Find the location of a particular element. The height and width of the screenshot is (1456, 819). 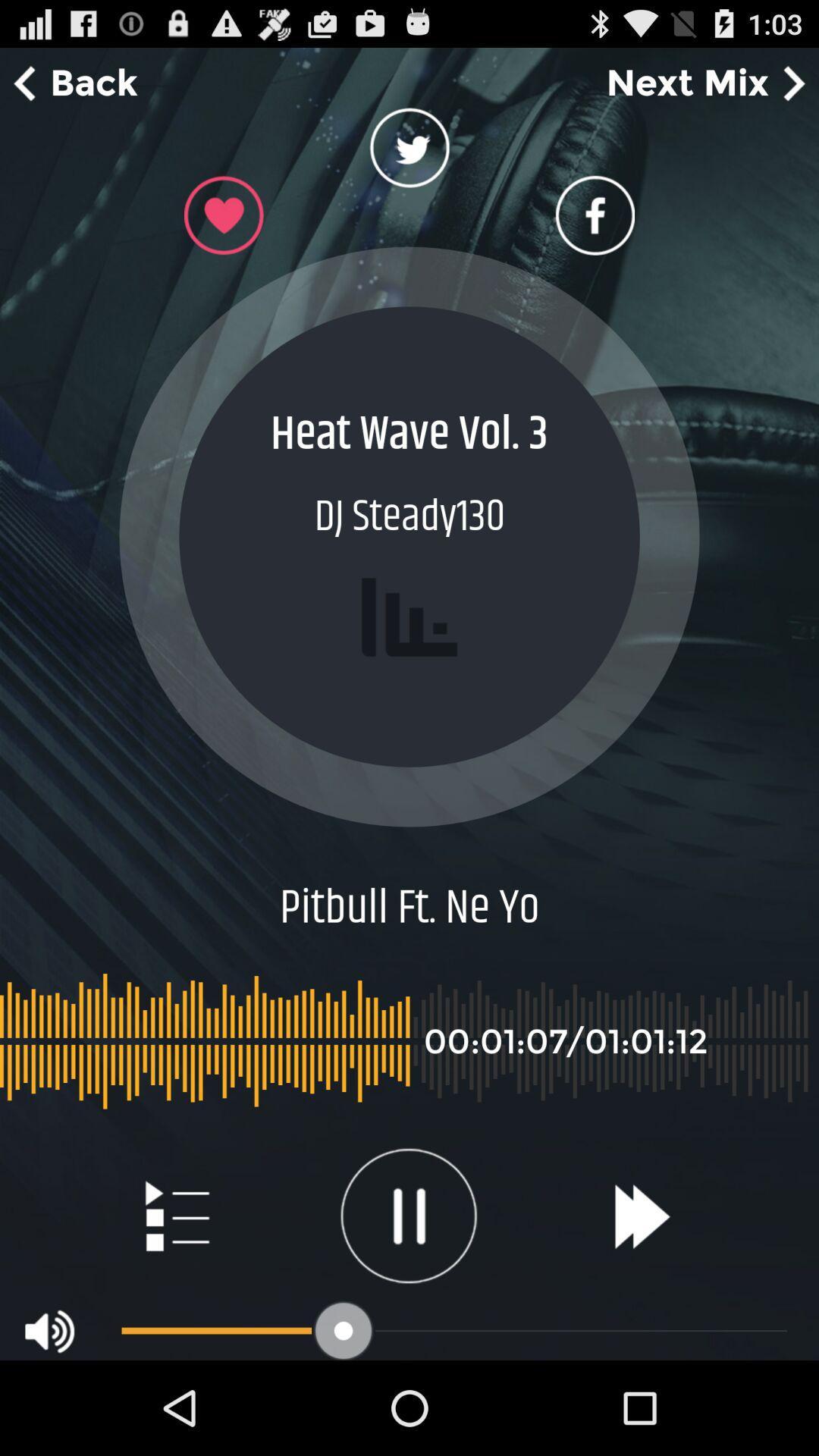

share on twitter is located at coordinates (409, 152).